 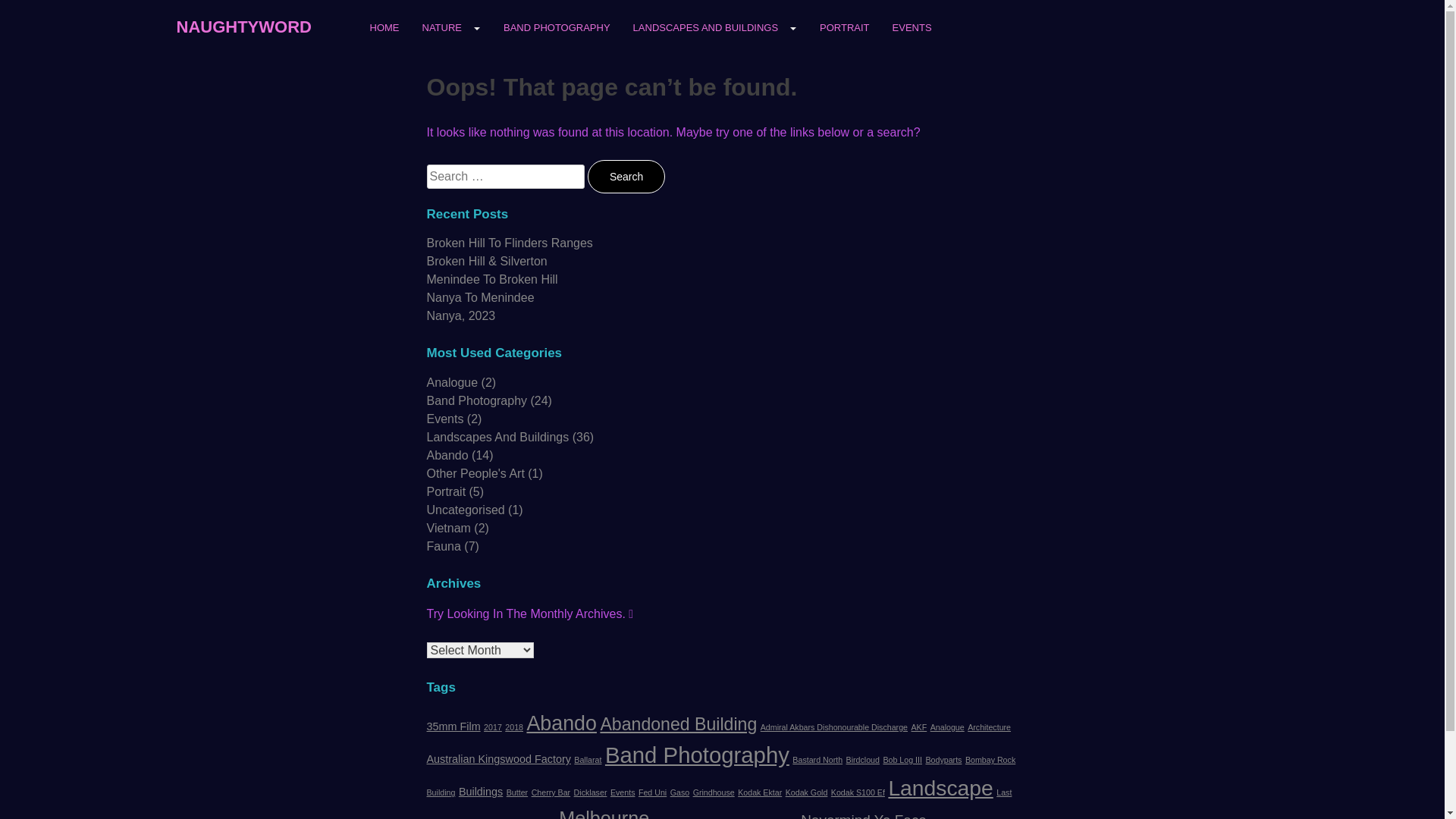 I want to click on 'NAUGHTYWORD', so click(x=243, y=26).